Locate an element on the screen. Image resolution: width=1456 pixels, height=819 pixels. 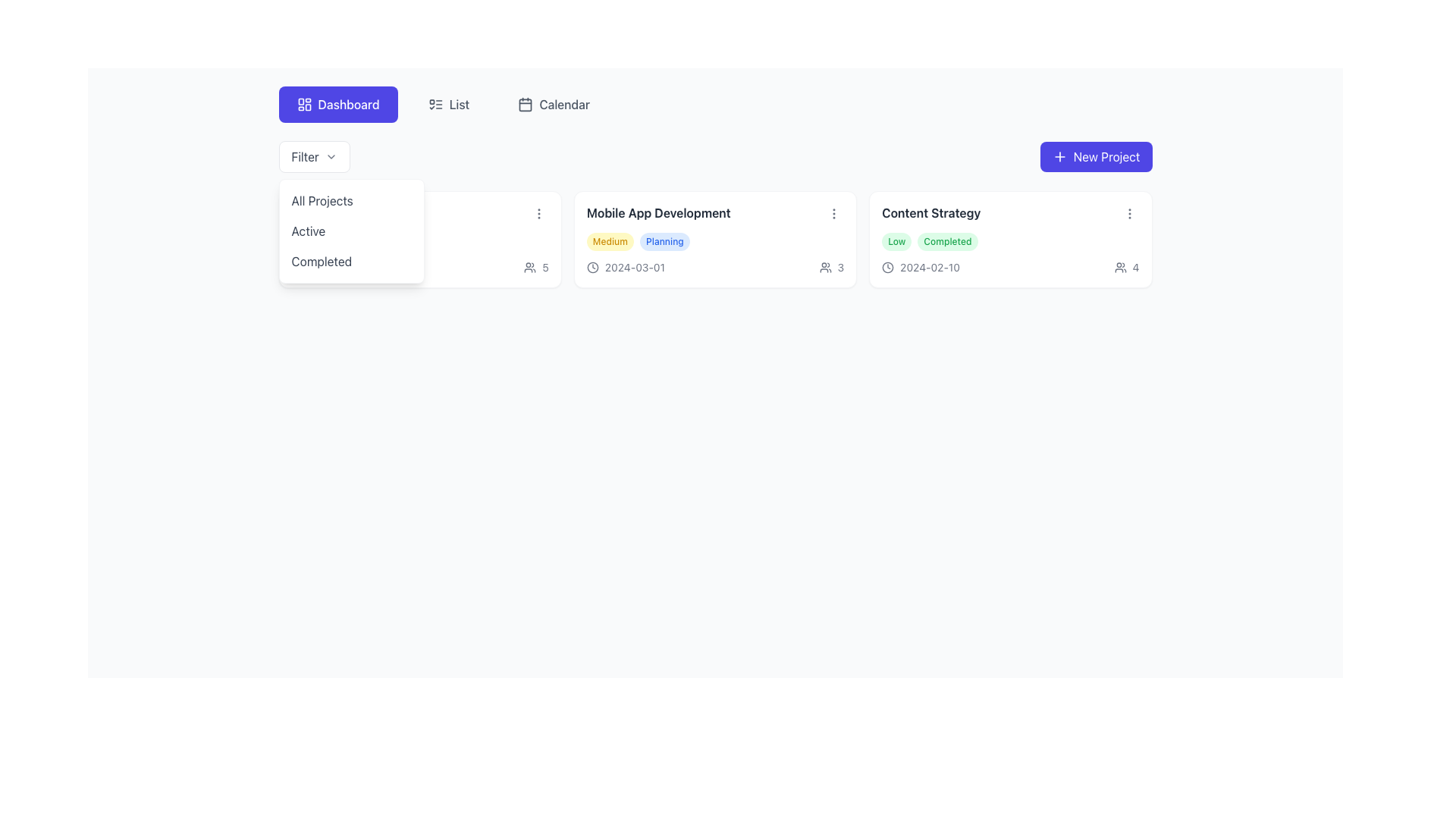
the grid-like icon featuring four squares with alternating filled and outlined styles, which is located in the top-left section of the interface within the 'Dashboard' component is located at coordinates (303, 104).